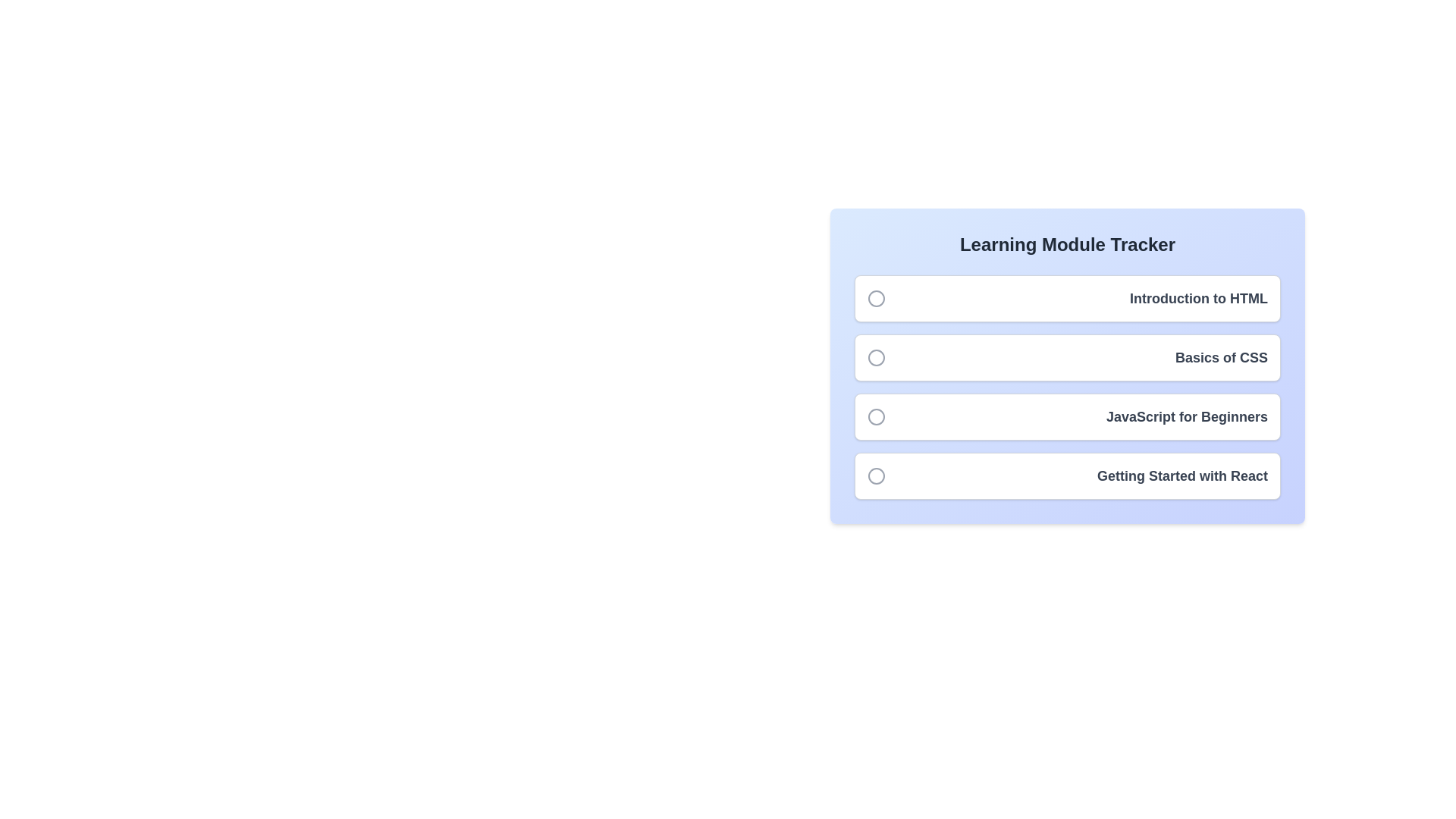  What do you see at coordinates (1066, 244) in the screenshot?
I see `the static text heading 'Learning Module Tracker', which is a bold, large font header centered above the list of modules` at bounding box center [1066, 244].